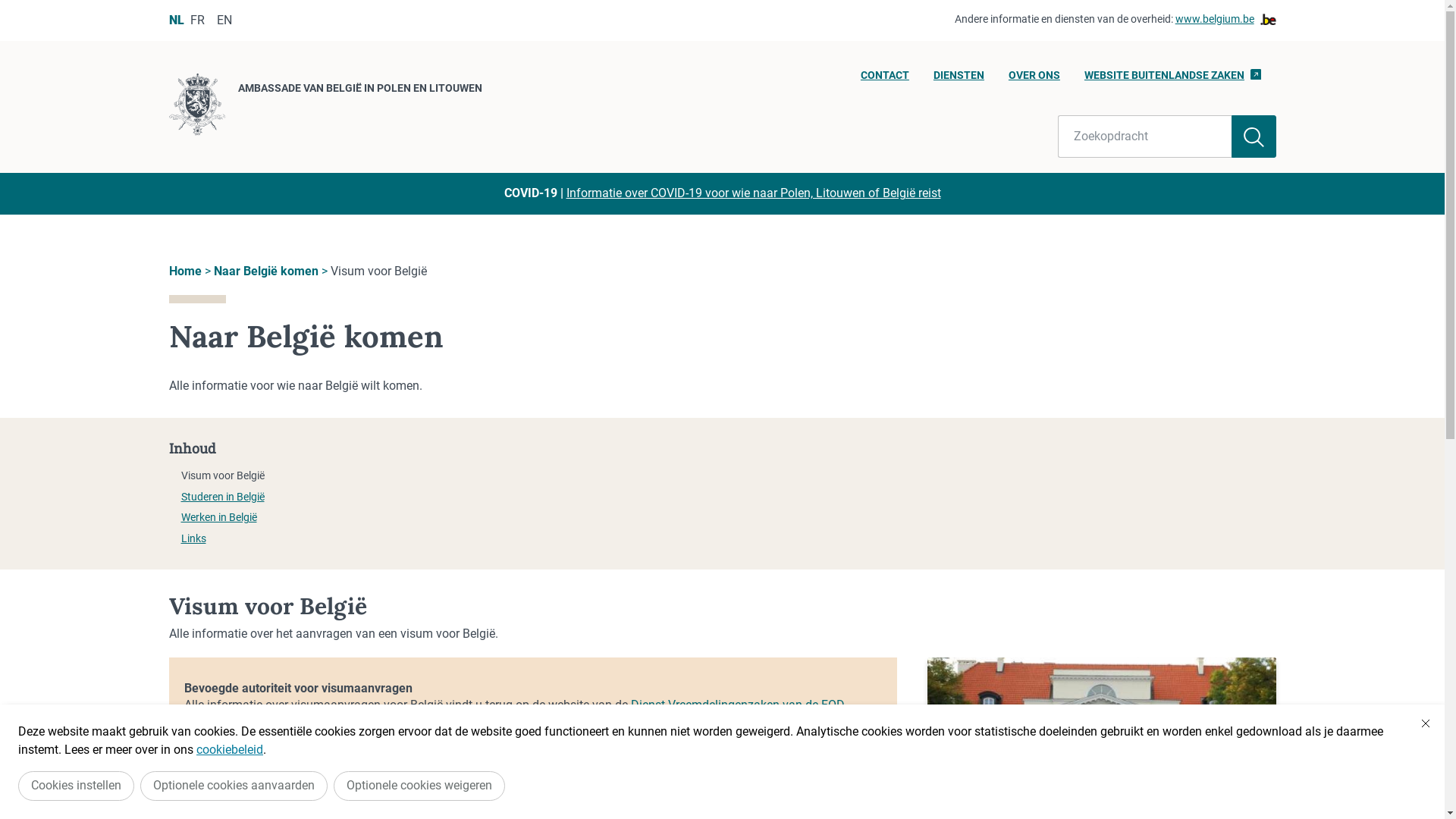  What do you see at coordinates (196, 748) in the screenshot?
I see `'cookiebeleid'` at bounding box center [196, 748].